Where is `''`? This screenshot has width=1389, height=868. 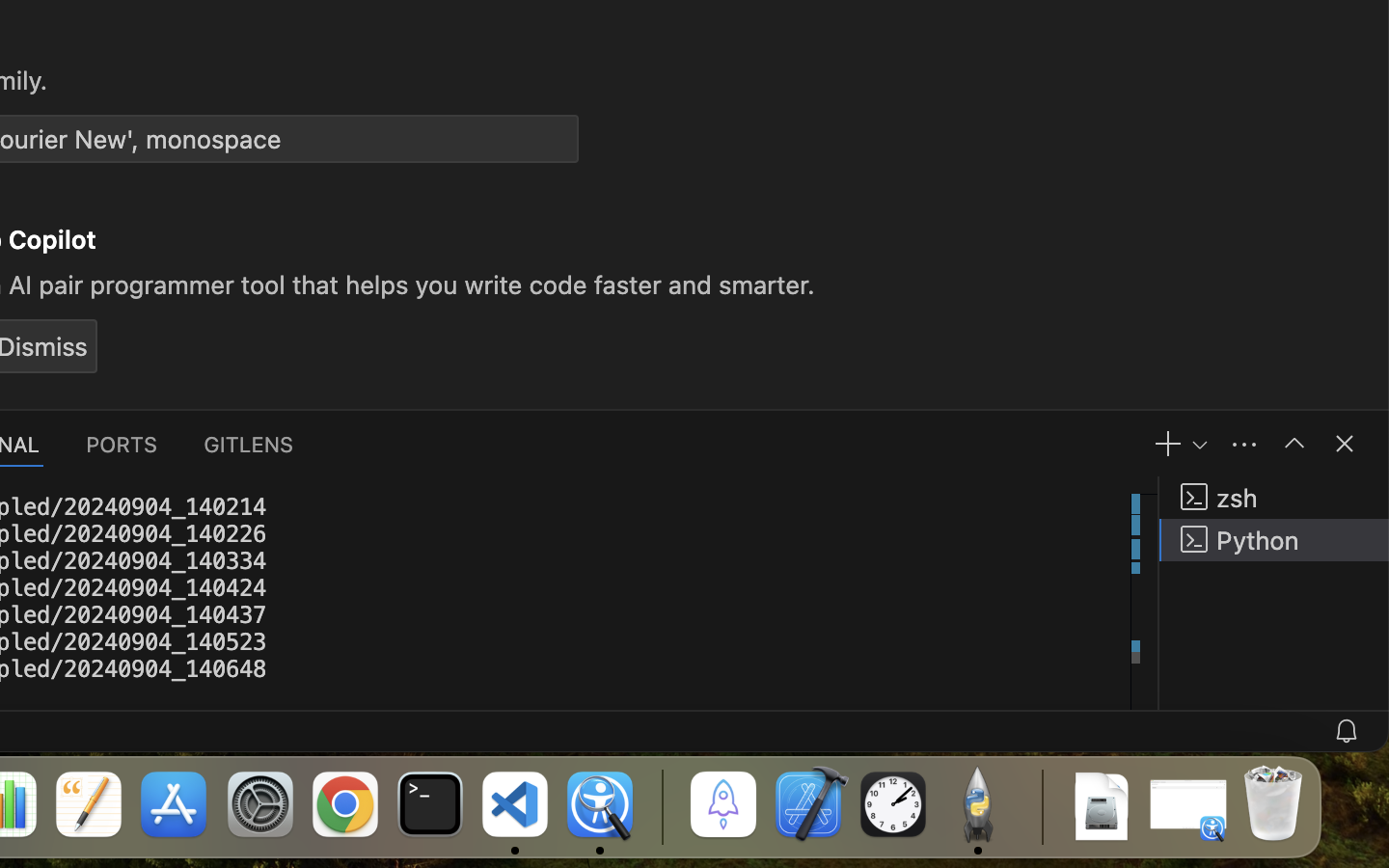
'' is located at coordinates (1345, 442).